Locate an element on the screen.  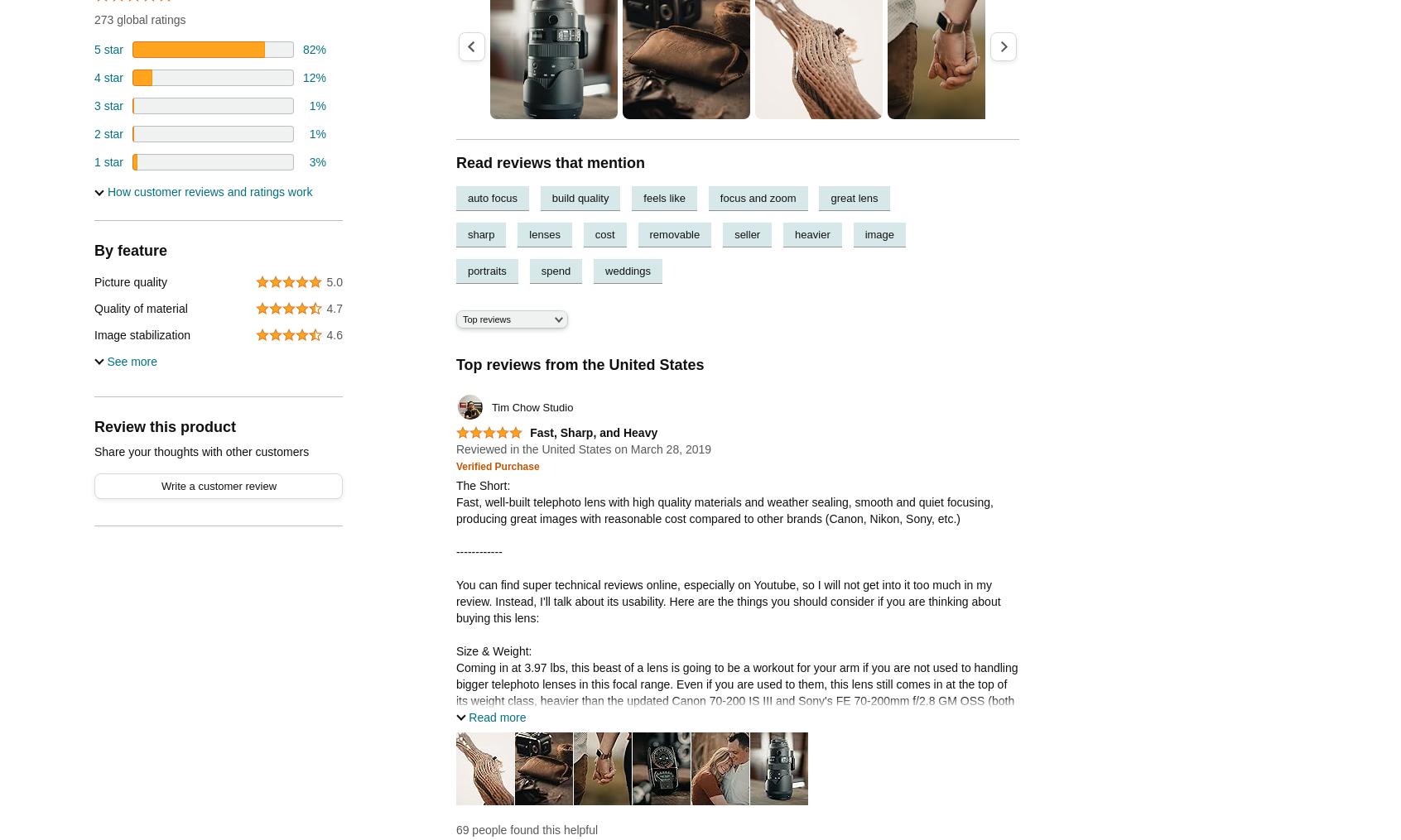
'Read reviews that mention' is located at coordinates (549, 161).